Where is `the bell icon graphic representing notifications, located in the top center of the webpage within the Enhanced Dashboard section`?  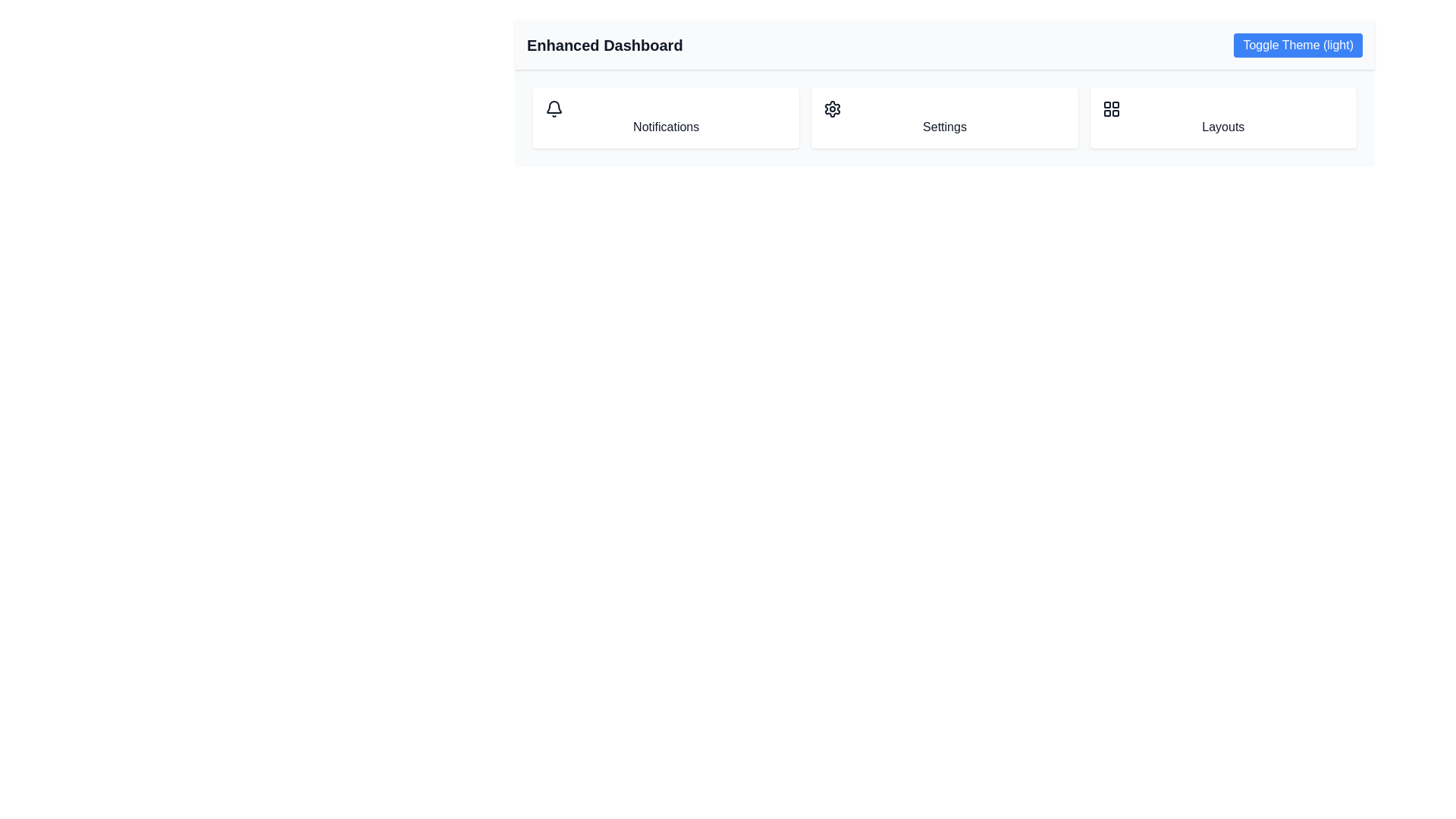
the bell icon graphic representing notifications, located in the top center of the webpage within the Enhanced Dashboard section is located at coordinates (553, 106).